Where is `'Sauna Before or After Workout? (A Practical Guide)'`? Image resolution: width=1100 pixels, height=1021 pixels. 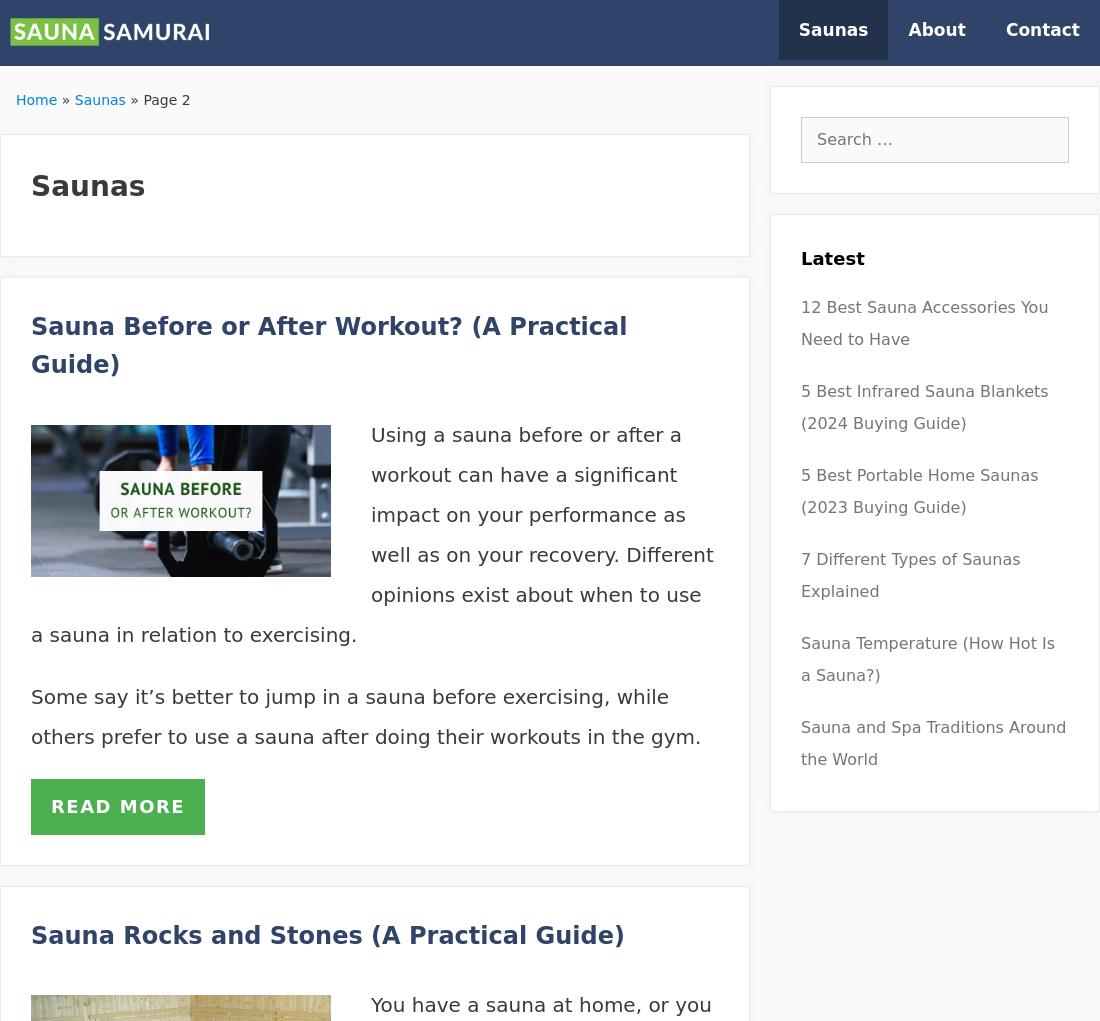 'Sauna Before or After Workout? (A Practical Guide)' is located at coordinates (328, 344).